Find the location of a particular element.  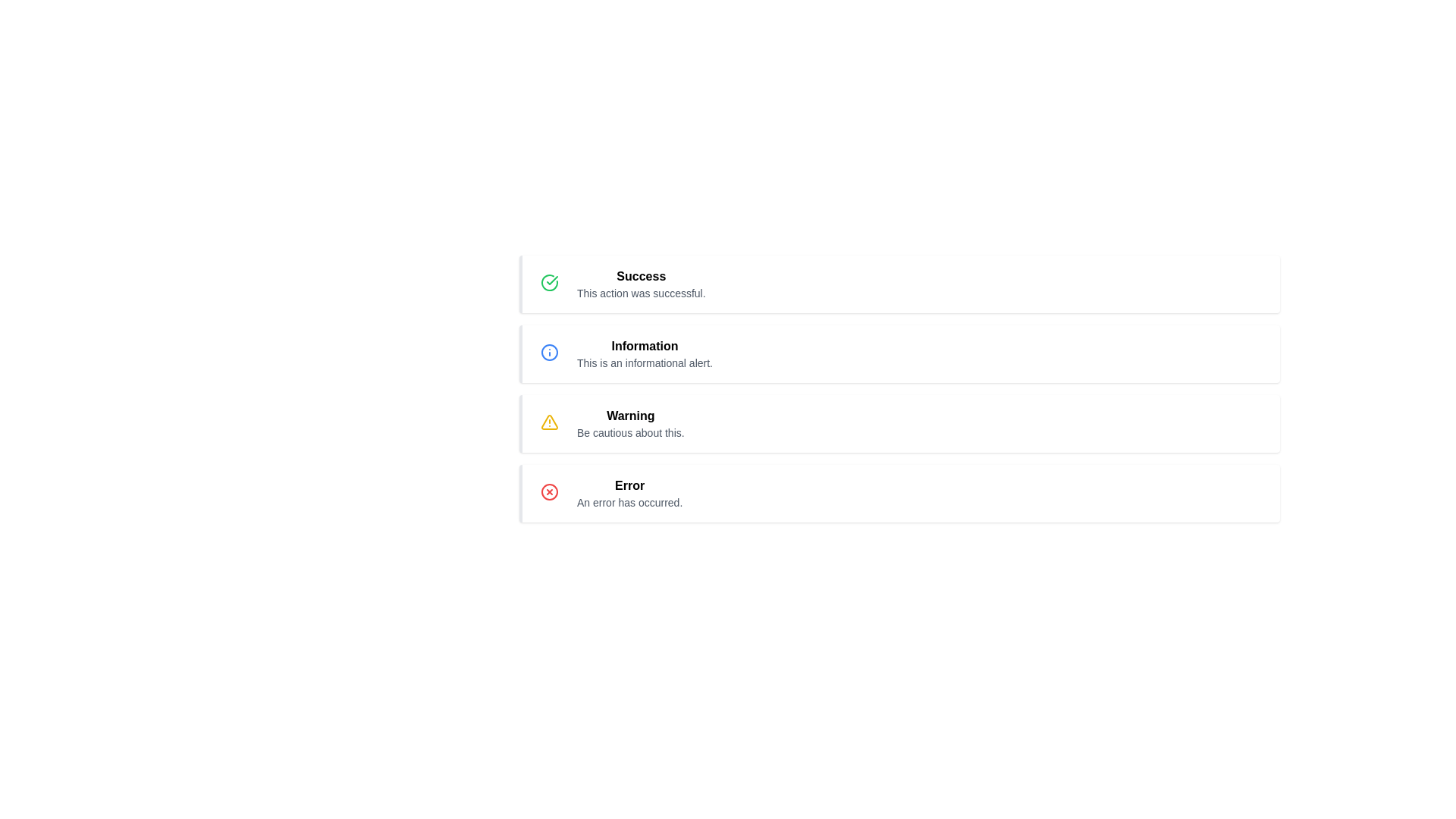

the 'Error' icon located at the far-right side of the row associated with the 'An error has occurred.' message is located at coordinates (548, 491).